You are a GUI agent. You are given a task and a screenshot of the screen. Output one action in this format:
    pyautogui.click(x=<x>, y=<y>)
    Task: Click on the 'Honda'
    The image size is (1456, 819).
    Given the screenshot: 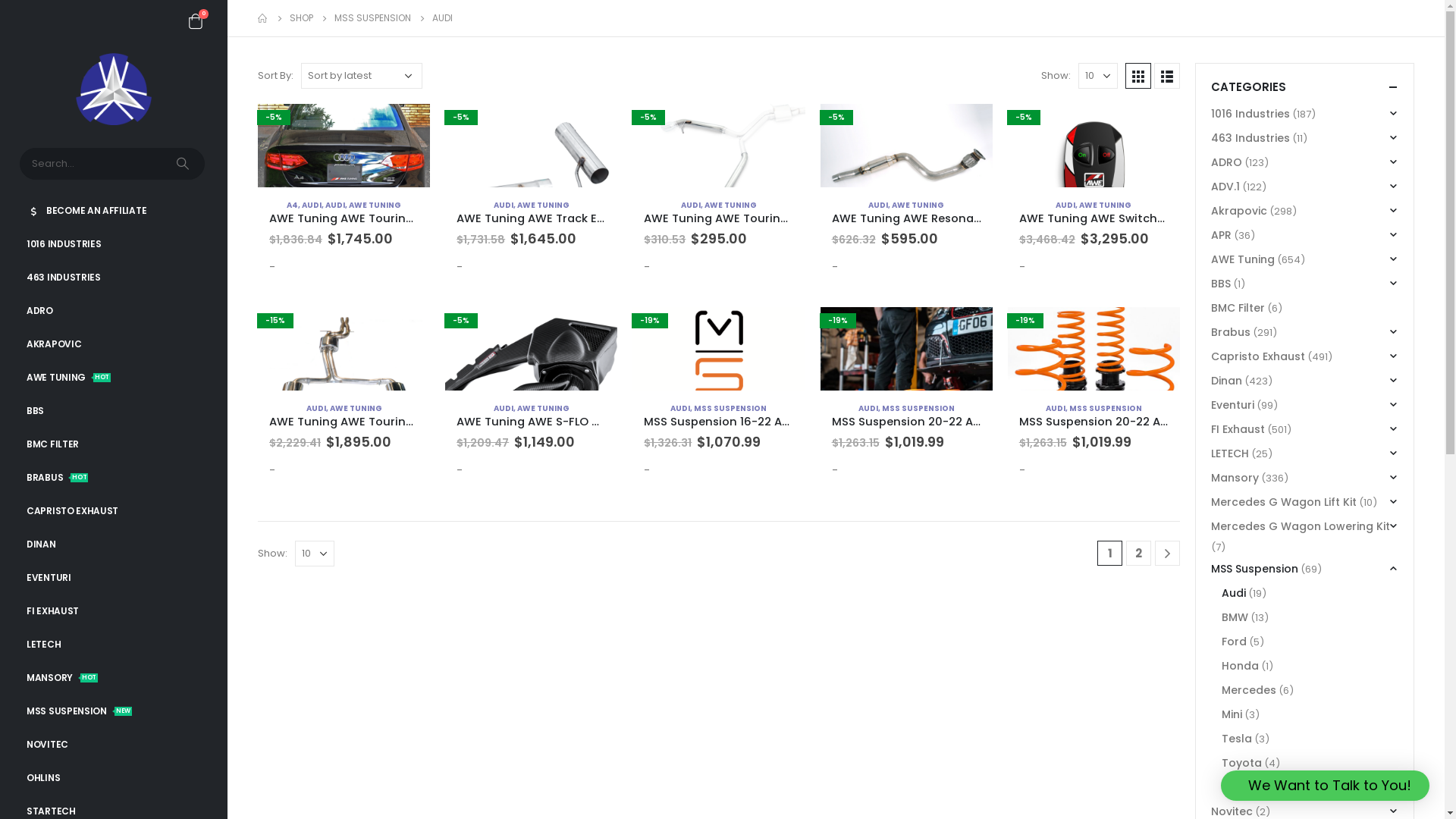 What is the action you would take?
    pyautogui.click(x=1240, y=665)
    